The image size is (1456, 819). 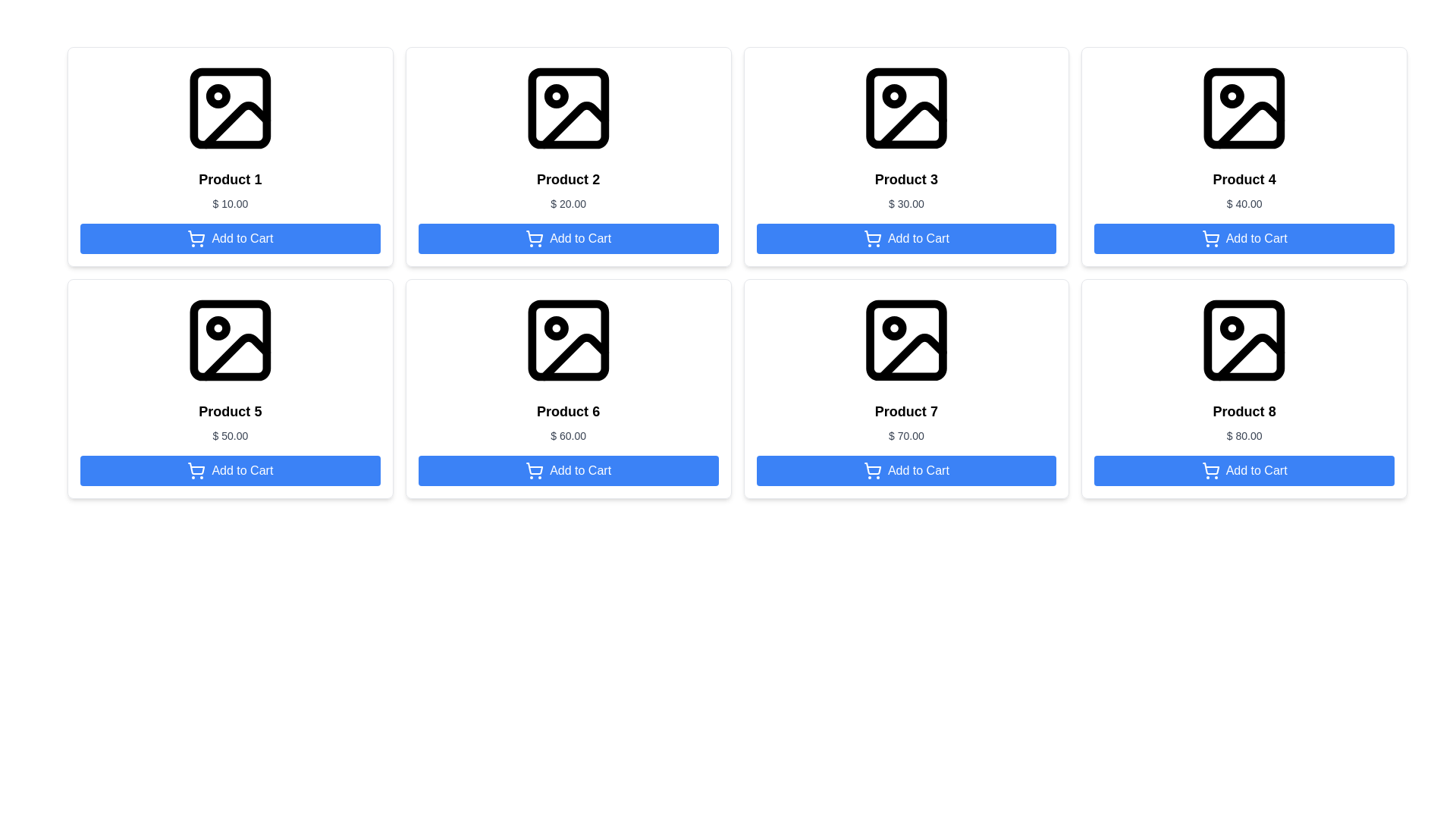 What do you see at coordinates (906, 178) in the screenshot?
I see `the text label that reads 'Product 3', which is styled with a bold font and is positioned above the '$30.00' price and the 'Add to Cart' button in the product card layout` at bounding box center [906, 178].